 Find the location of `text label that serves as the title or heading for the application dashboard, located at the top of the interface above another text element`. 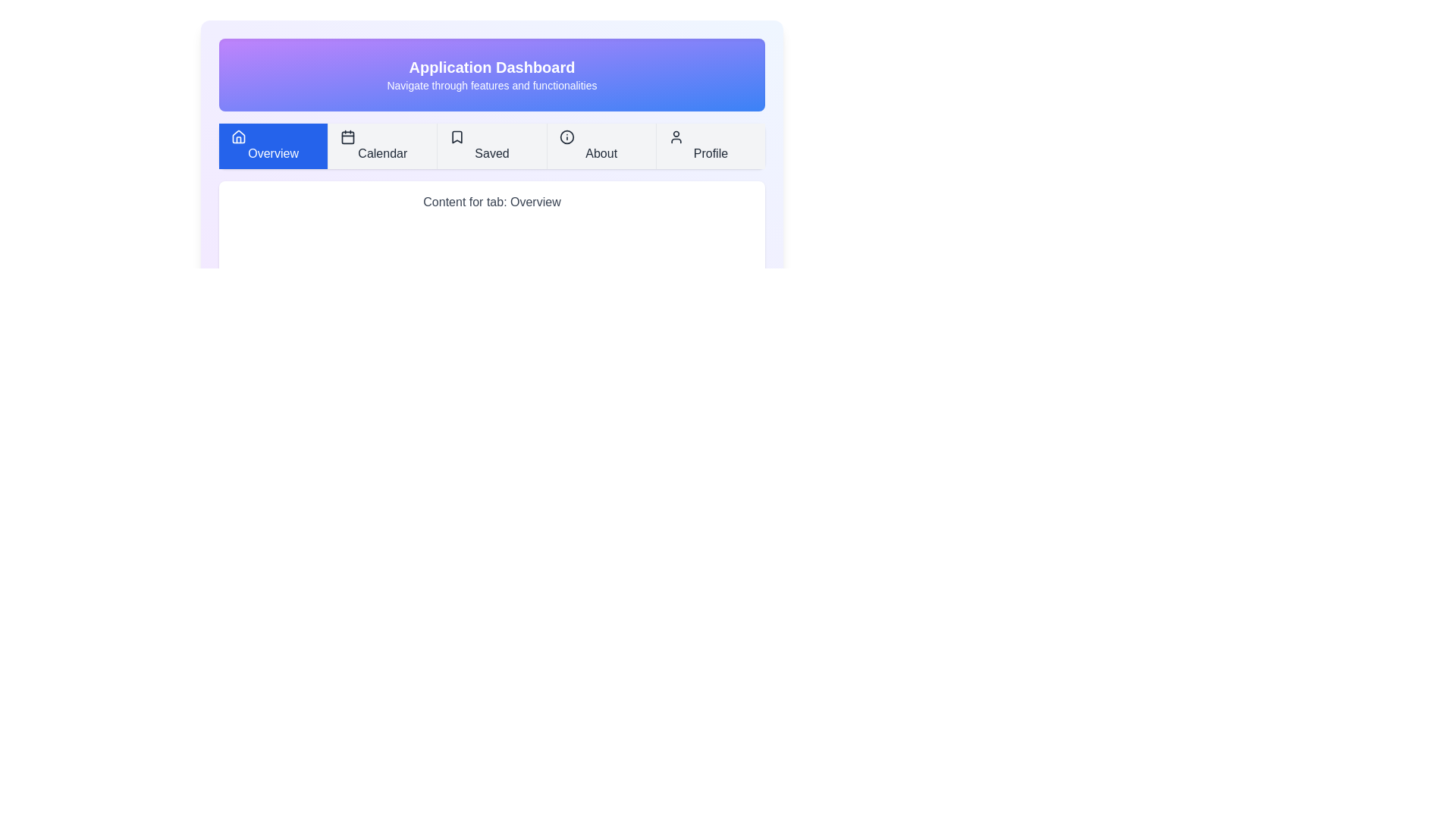

text label that serves as the title or heading for the application dashboard, located at the top of the interface above another text element is located at coordinates (491, 66).